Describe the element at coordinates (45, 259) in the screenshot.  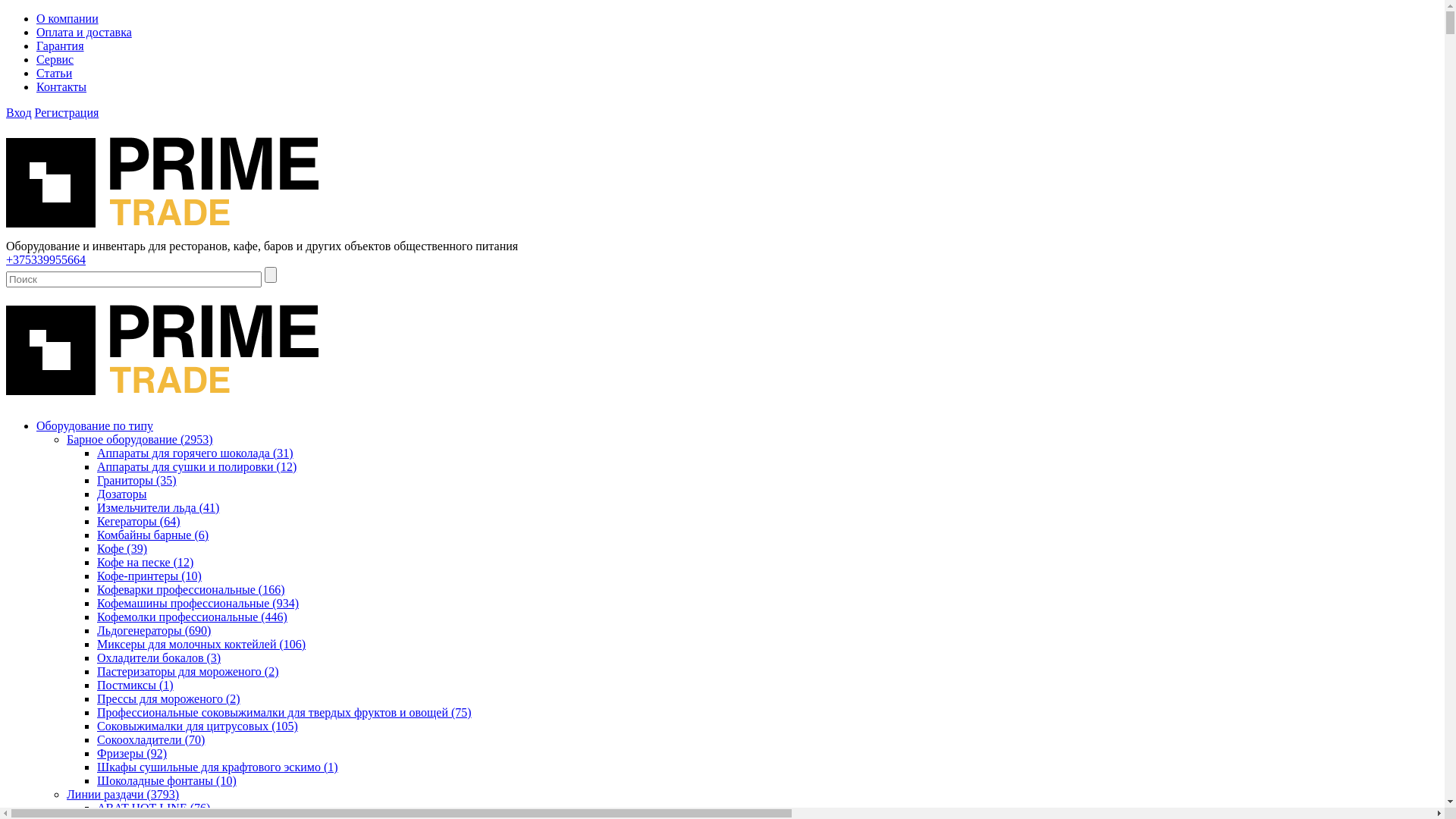
I see `'+375339955664'` at that location.